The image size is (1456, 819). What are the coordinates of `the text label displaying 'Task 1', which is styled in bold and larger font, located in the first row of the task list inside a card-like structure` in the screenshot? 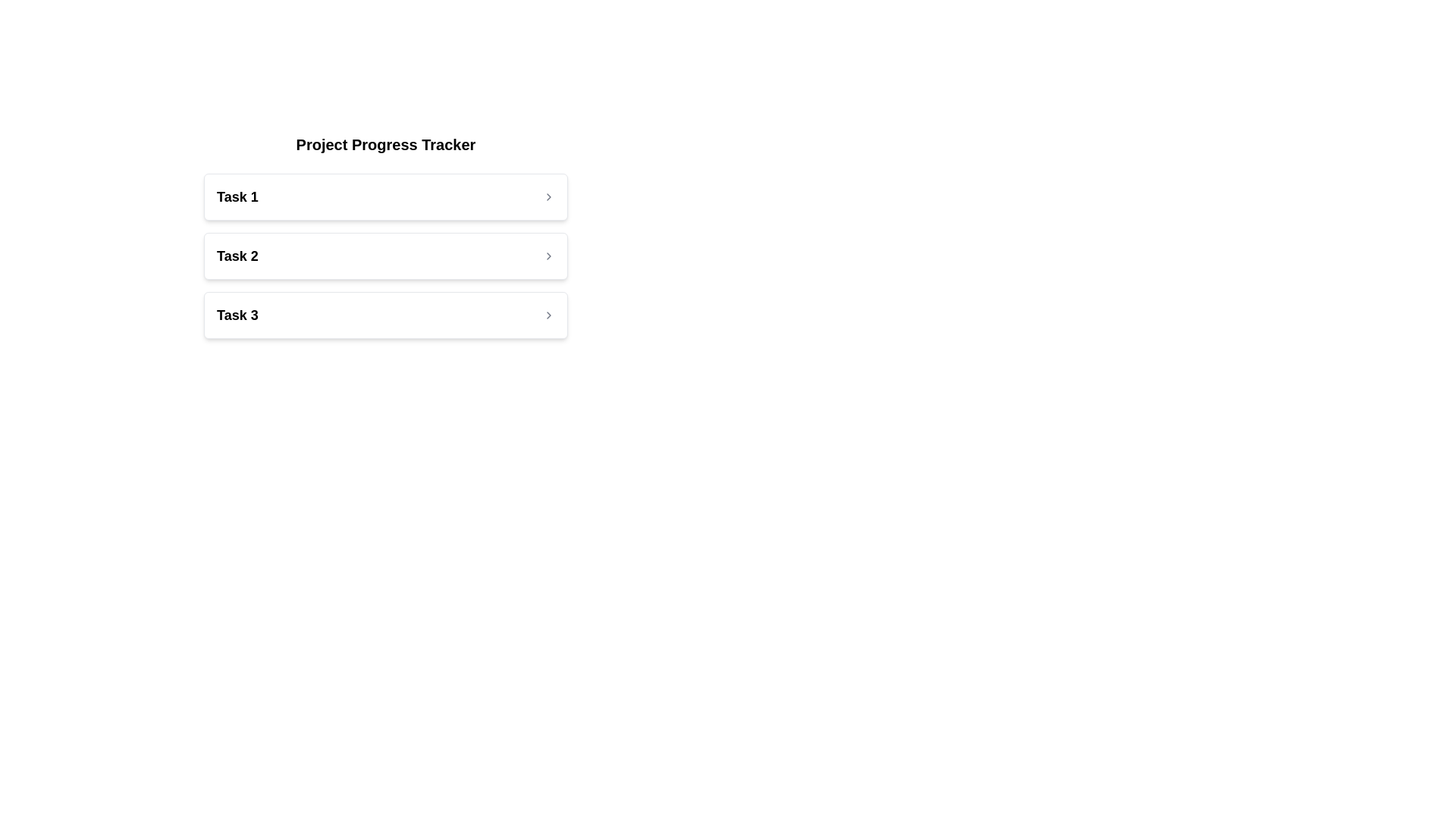 It's located at (237, 196).